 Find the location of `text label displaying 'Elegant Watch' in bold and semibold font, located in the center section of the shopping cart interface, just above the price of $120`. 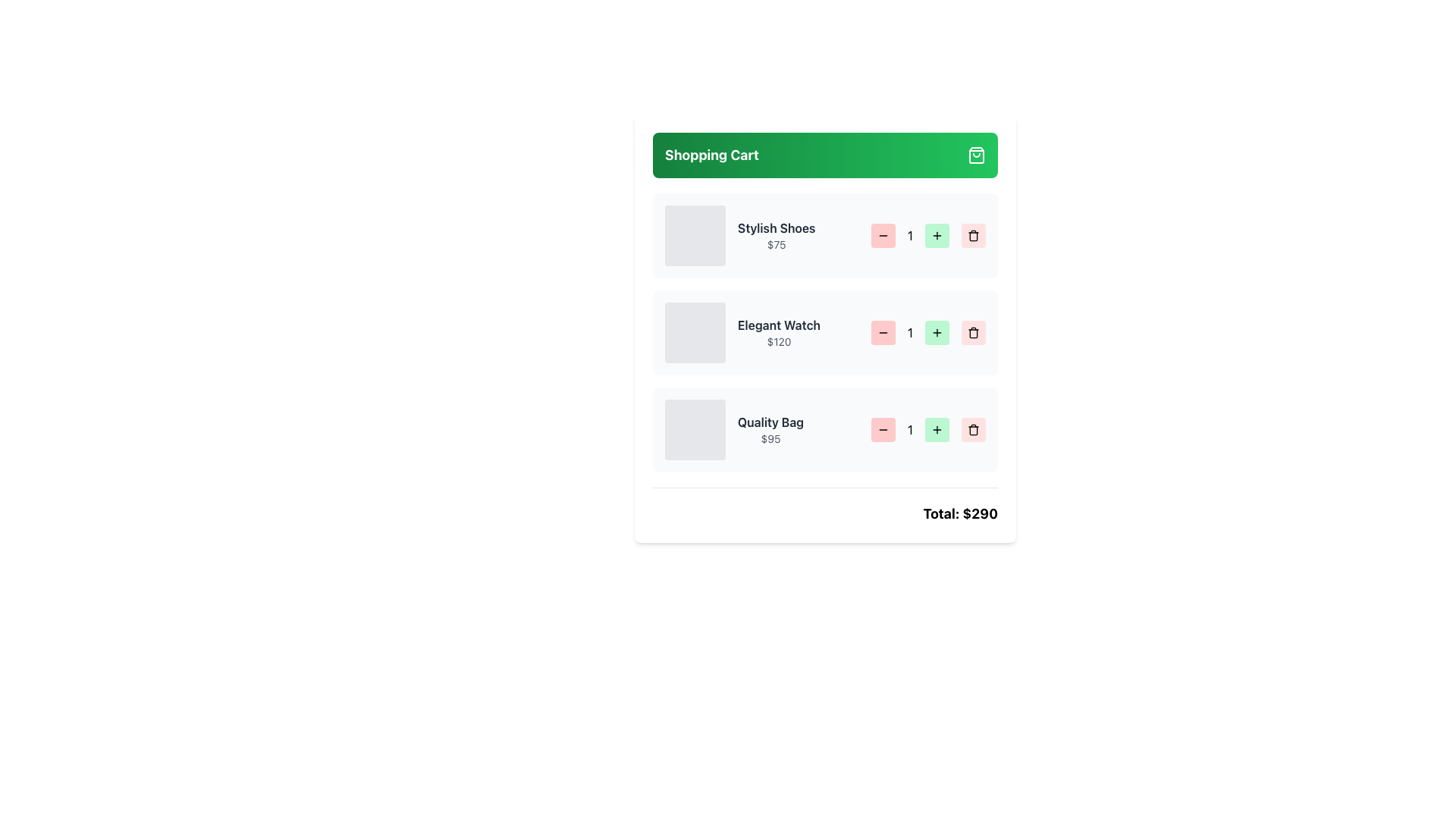

text label displaying 'Elegant Watch' in bold and semibold font, located in the center section of the shopping cart interface, just above the price of $120 is located at coordinates (779, 324).